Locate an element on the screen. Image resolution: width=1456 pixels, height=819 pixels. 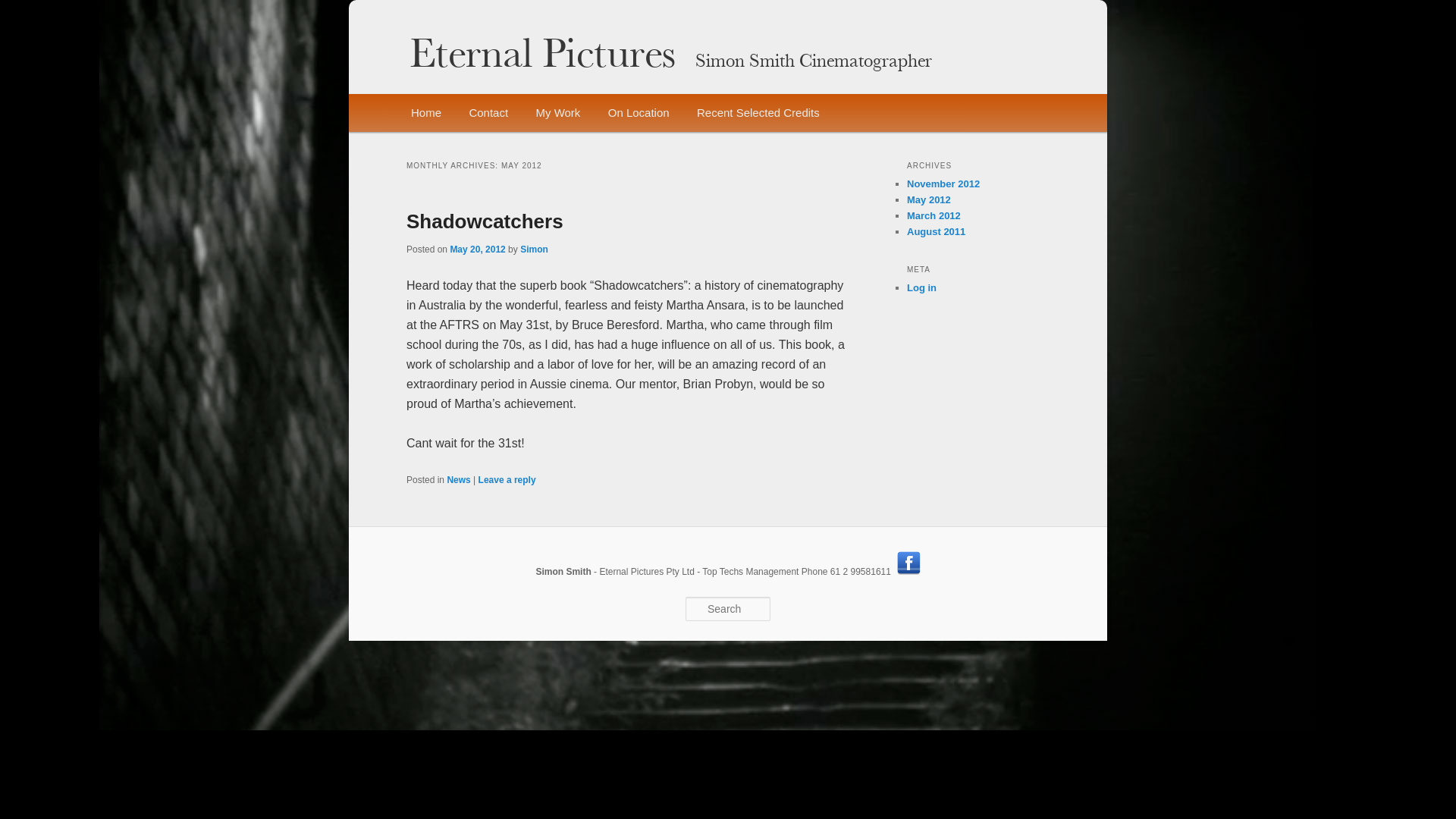
'November 2012' is located at coordinates (942, 183).